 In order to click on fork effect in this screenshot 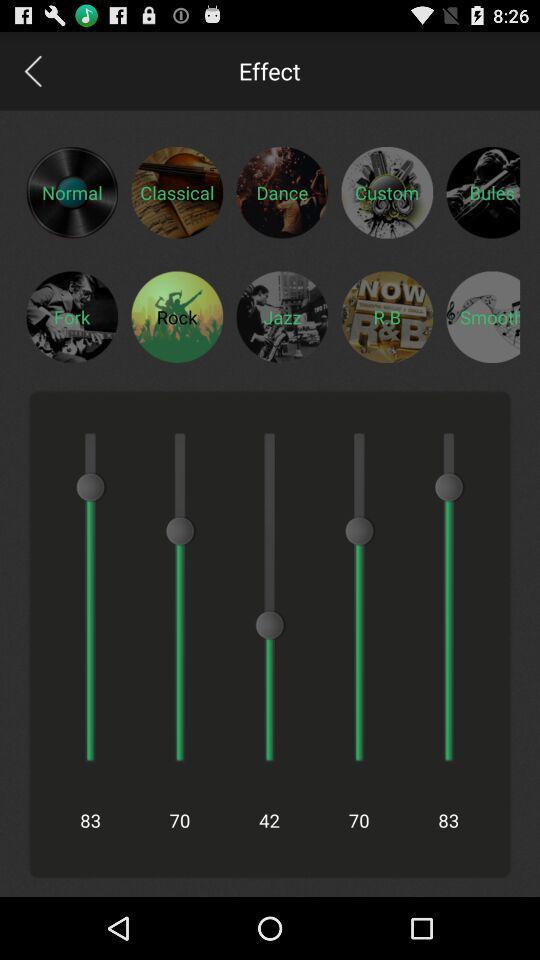, I will do `click(71, 316)`.